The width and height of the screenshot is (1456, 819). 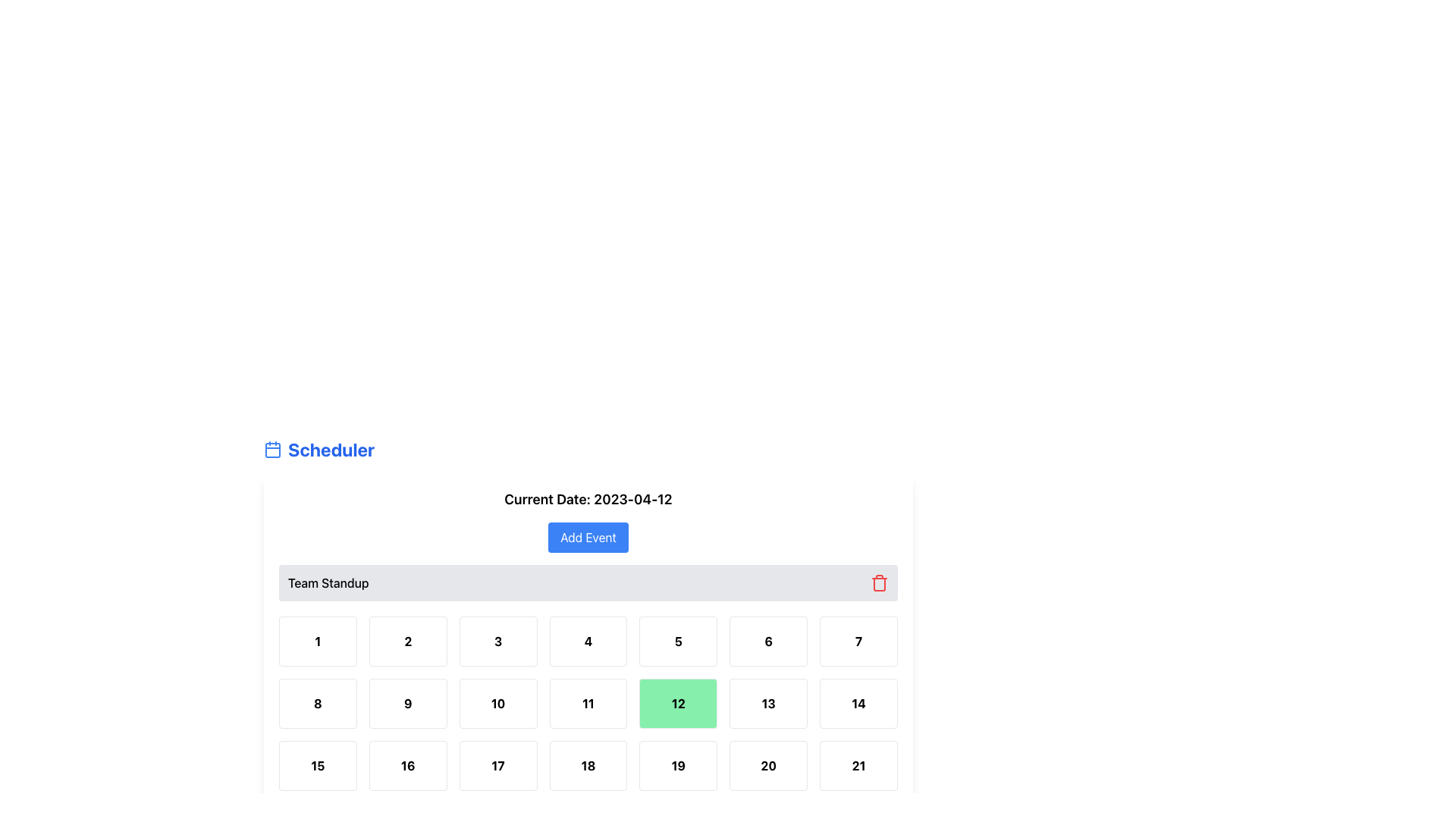 I want to click on the calendar date cell representing the date '6', so click(x=768, y=641).